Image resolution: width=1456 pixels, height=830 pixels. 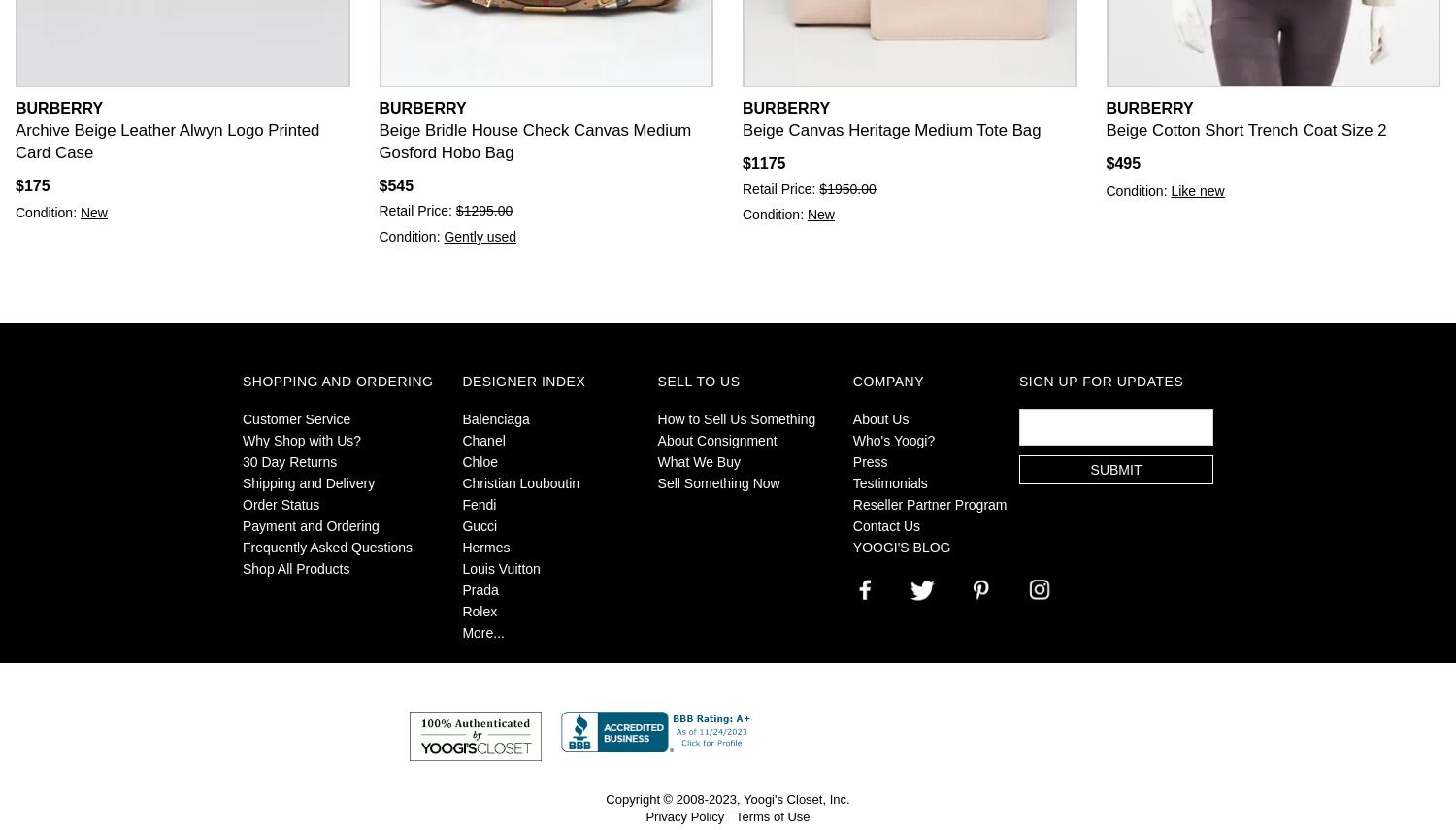 I want to click on 'Gucci', so click(x=460, y=525).